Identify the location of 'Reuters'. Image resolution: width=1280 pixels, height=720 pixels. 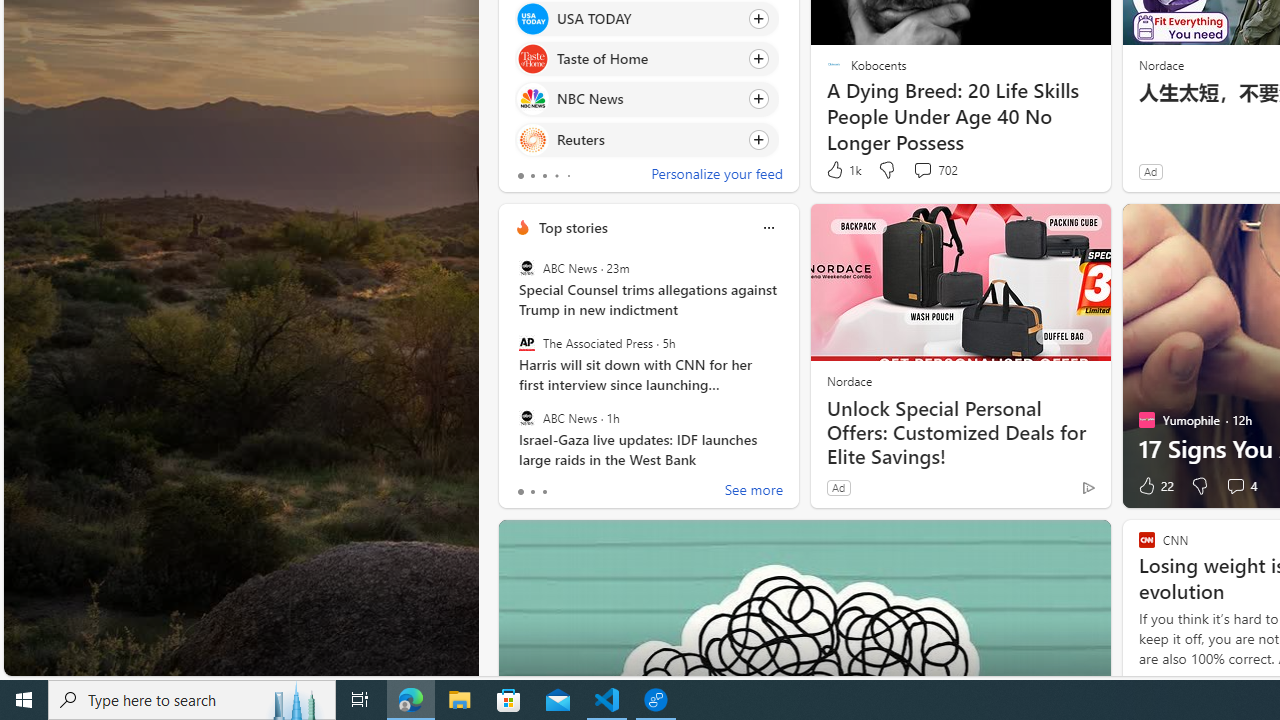
(532, 138).